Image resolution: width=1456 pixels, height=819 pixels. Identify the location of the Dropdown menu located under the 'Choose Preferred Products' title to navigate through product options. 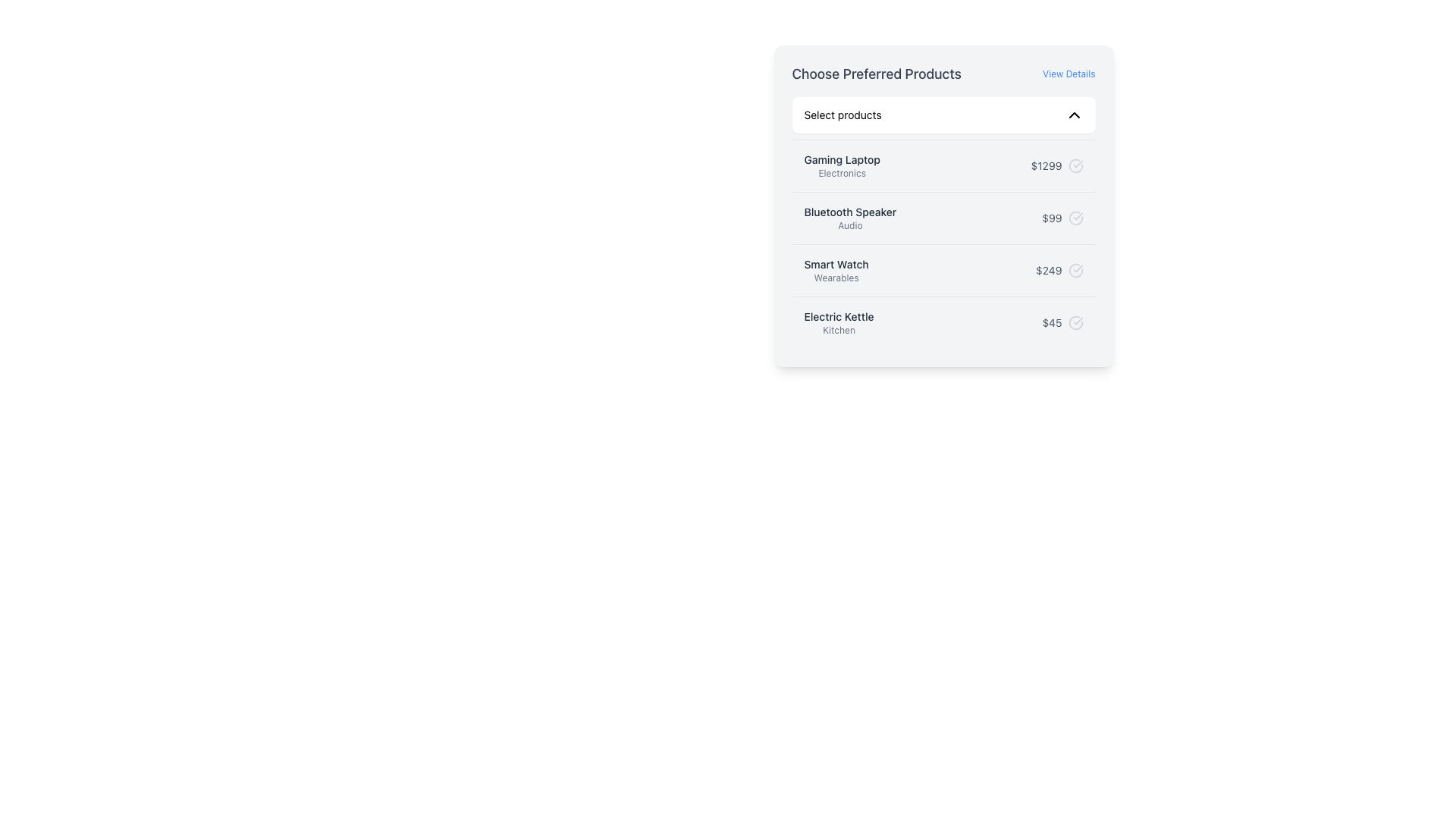
(943, 114).